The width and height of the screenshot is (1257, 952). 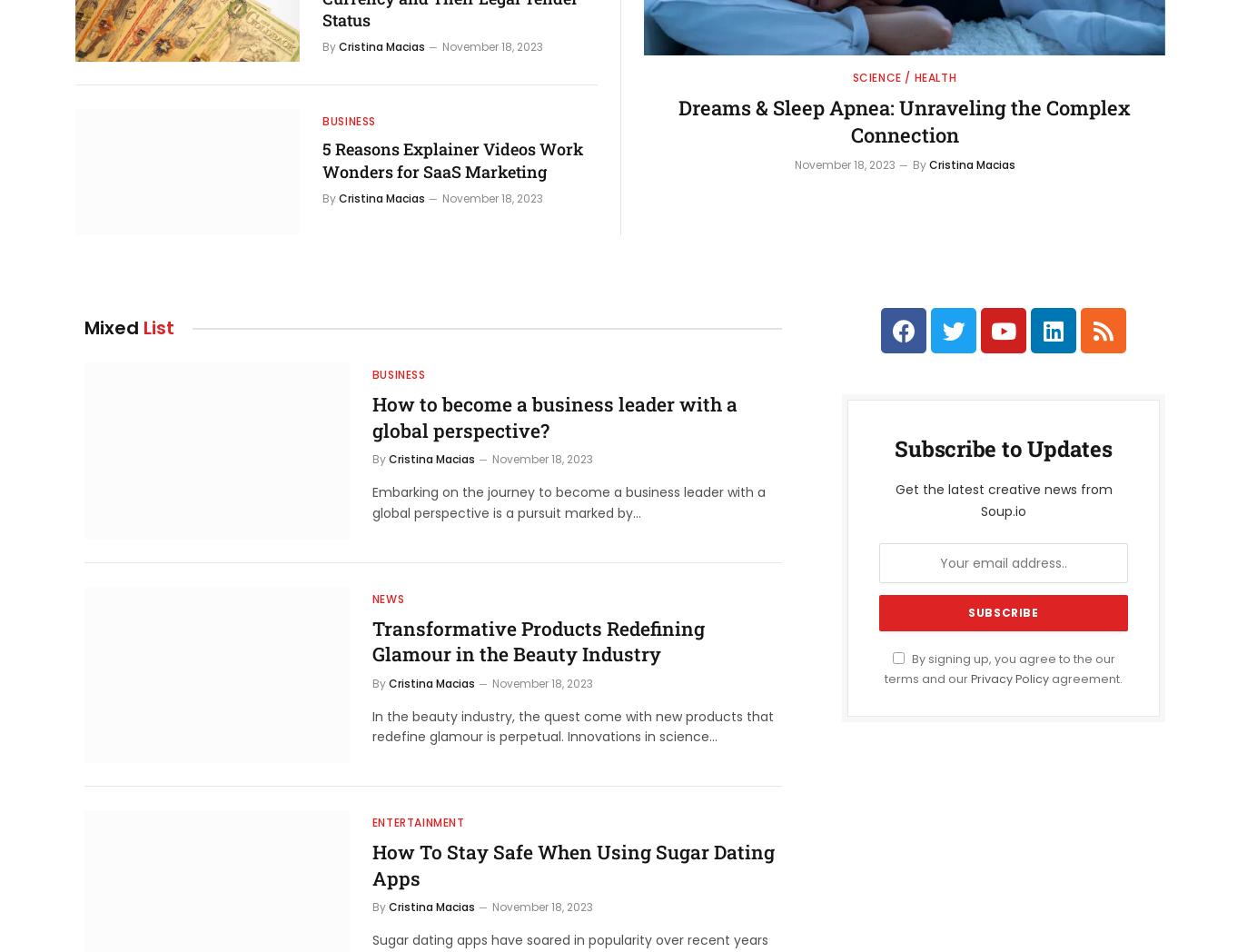 What do you see at coordinates (1084, 678) in the screenshot?
I see `'agreement.'` at bounding box center [1084, 678].